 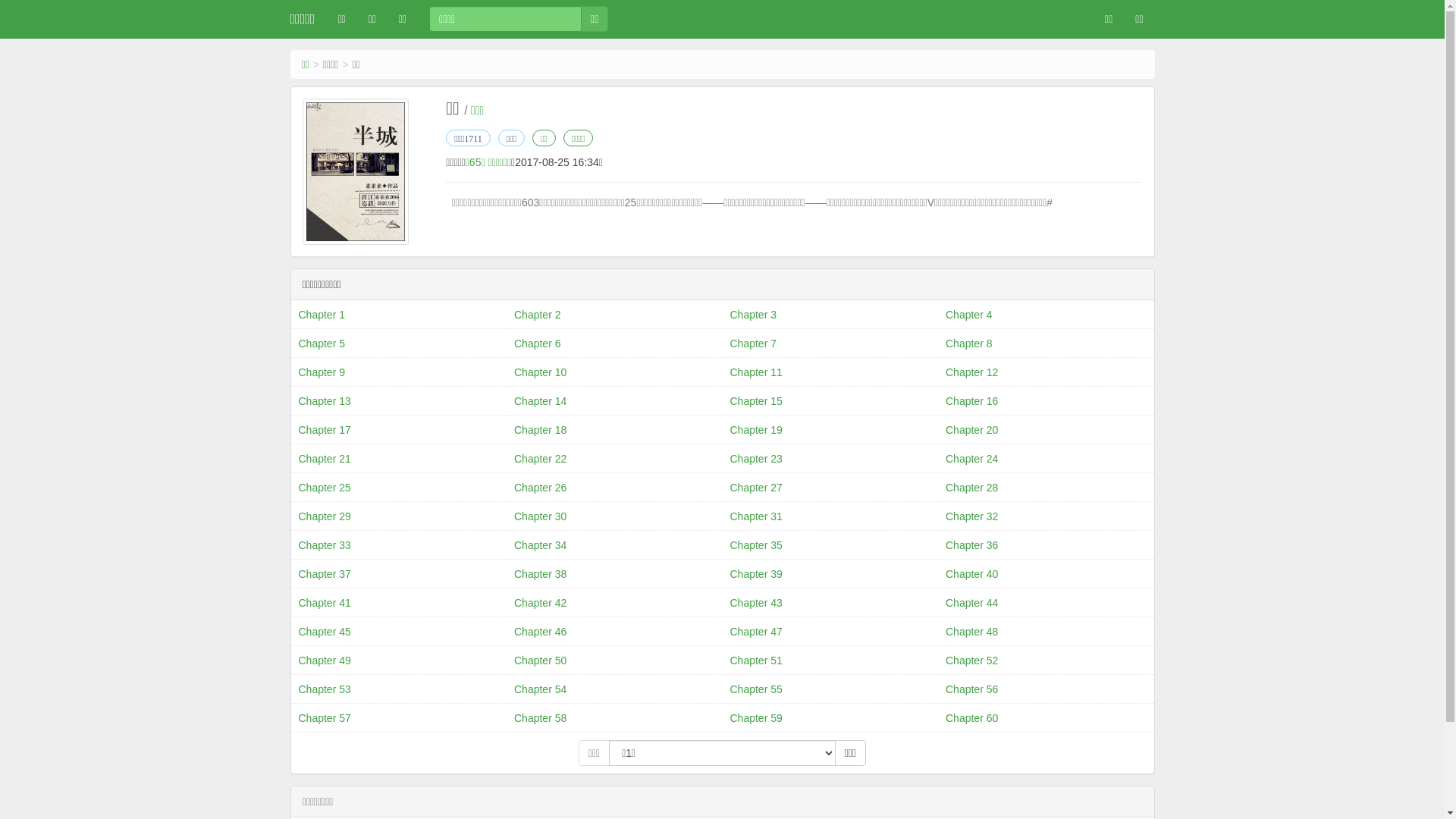 What do you see at coordinates (298, 717) in the screenshot?
I see `'Chapter 57'` at bounding box center [298, 717].